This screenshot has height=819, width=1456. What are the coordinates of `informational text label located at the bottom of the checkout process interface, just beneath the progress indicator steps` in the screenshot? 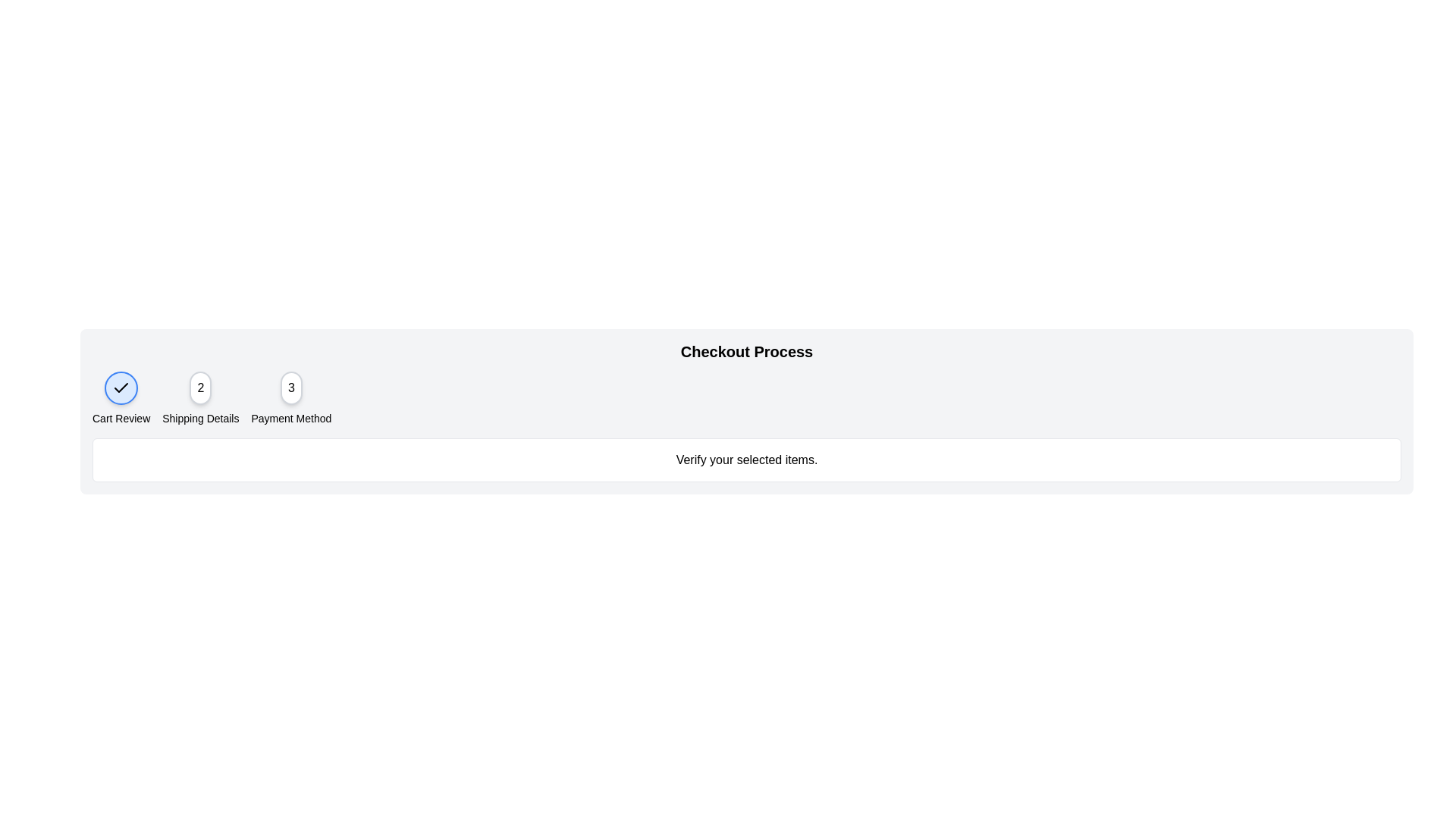 It's located at (746, 459).